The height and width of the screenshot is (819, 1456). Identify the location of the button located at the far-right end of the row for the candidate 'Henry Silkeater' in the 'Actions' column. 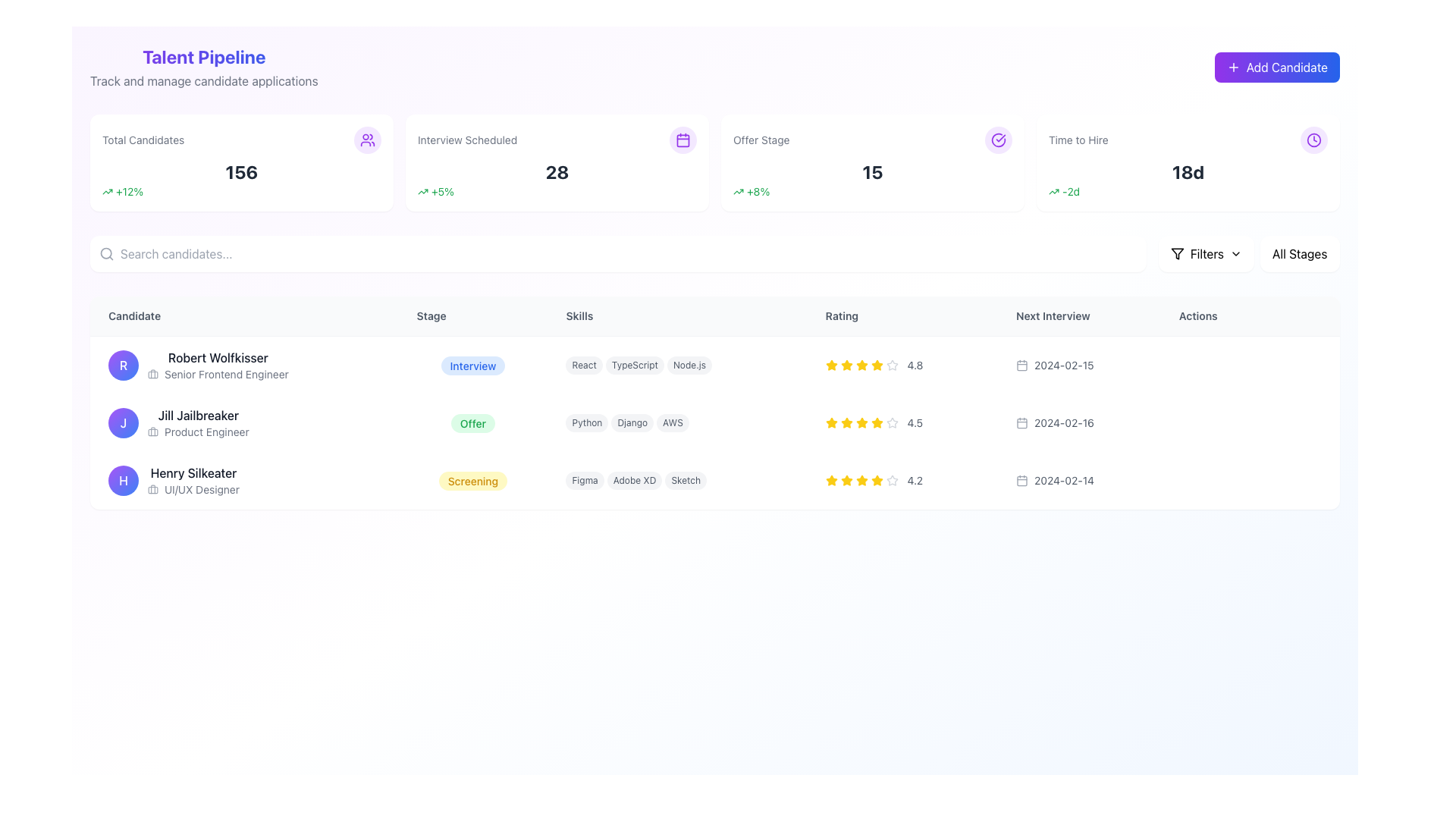
(1255, 480).